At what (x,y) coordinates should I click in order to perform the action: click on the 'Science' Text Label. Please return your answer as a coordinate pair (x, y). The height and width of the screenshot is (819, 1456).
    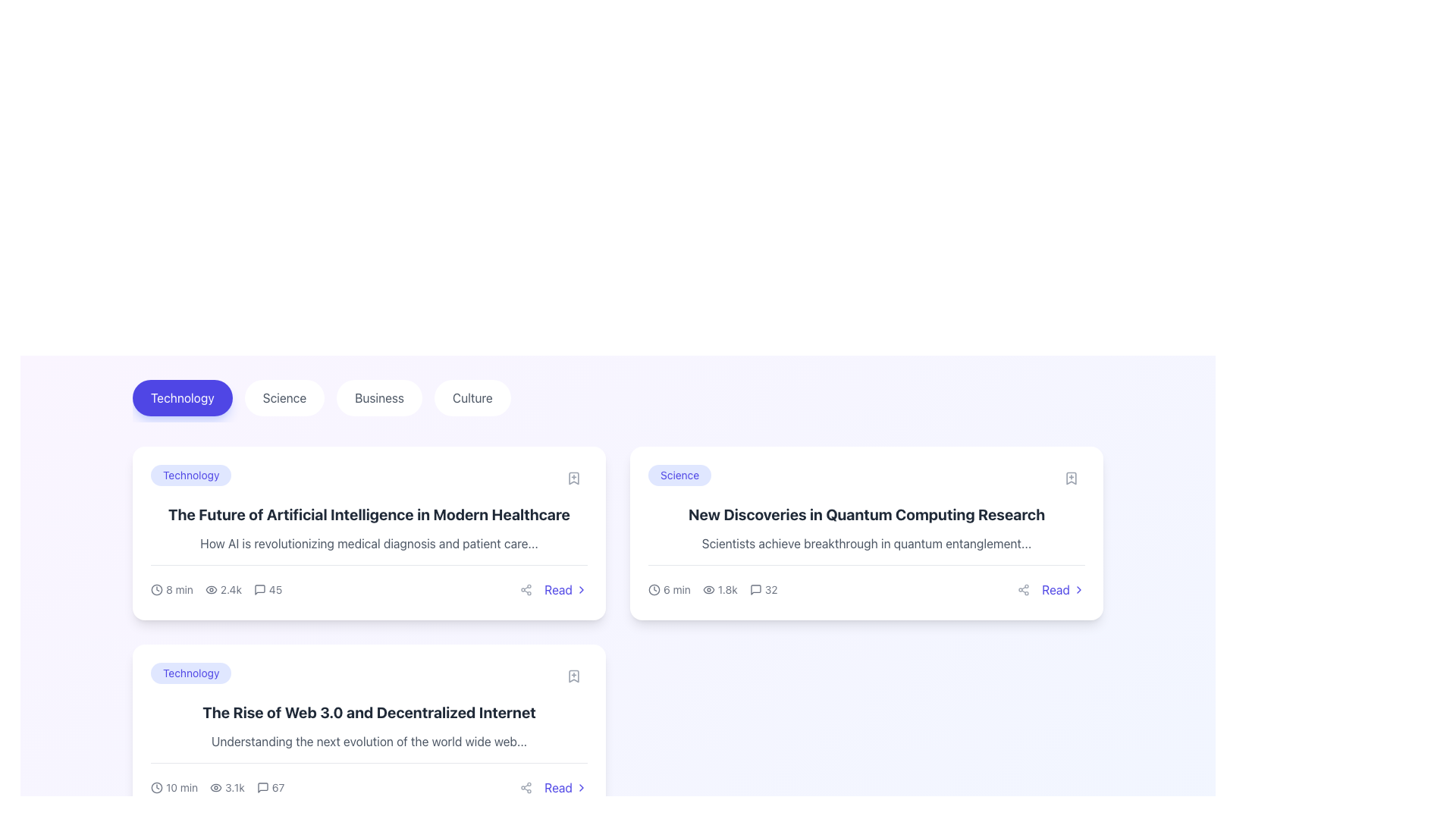
    Looking at the image, I should click on (679, 475).